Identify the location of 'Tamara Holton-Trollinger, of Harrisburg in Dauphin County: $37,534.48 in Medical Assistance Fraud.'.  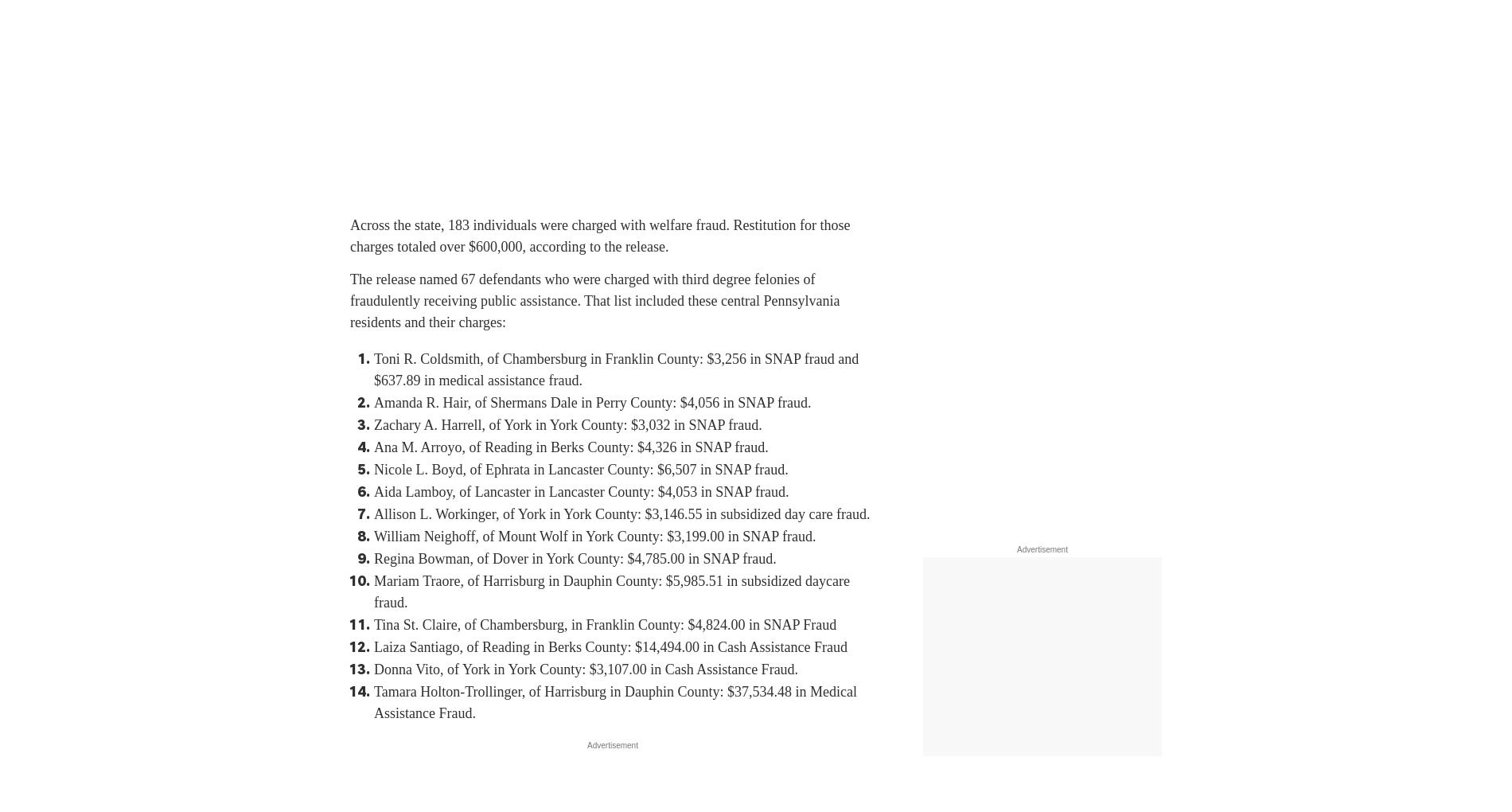
(614, 701).